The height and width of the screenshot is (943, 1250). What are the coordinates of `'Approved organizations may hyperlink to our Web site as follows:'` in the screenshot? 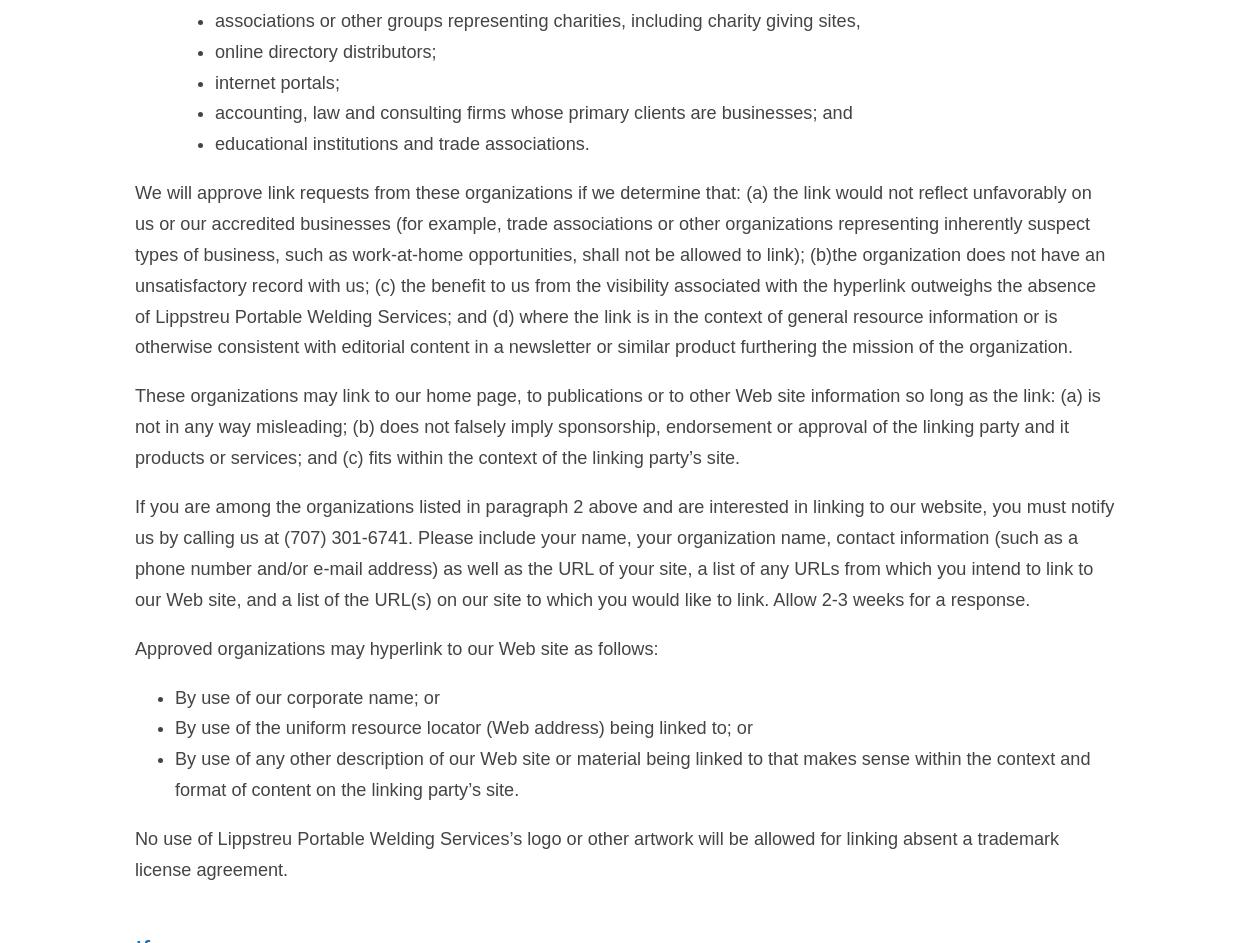 It's located at (396, 648).